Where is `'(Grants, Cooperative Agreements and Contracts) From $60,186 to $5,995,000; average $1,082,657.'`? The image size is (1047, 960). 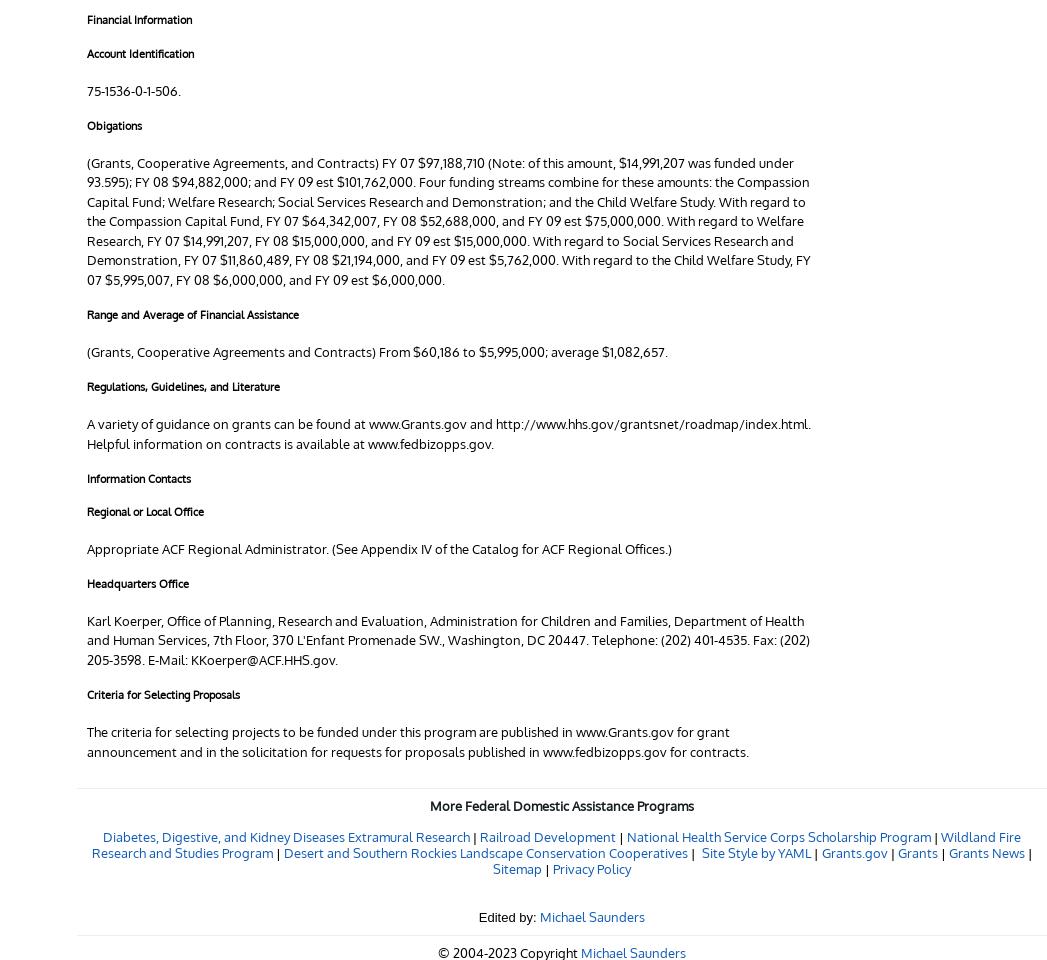 '(Grants, Cooperative Agreements and Contracts) From $60,186 to $5,995,000; average $1,082,657.' is located at coordinates (377, 350).